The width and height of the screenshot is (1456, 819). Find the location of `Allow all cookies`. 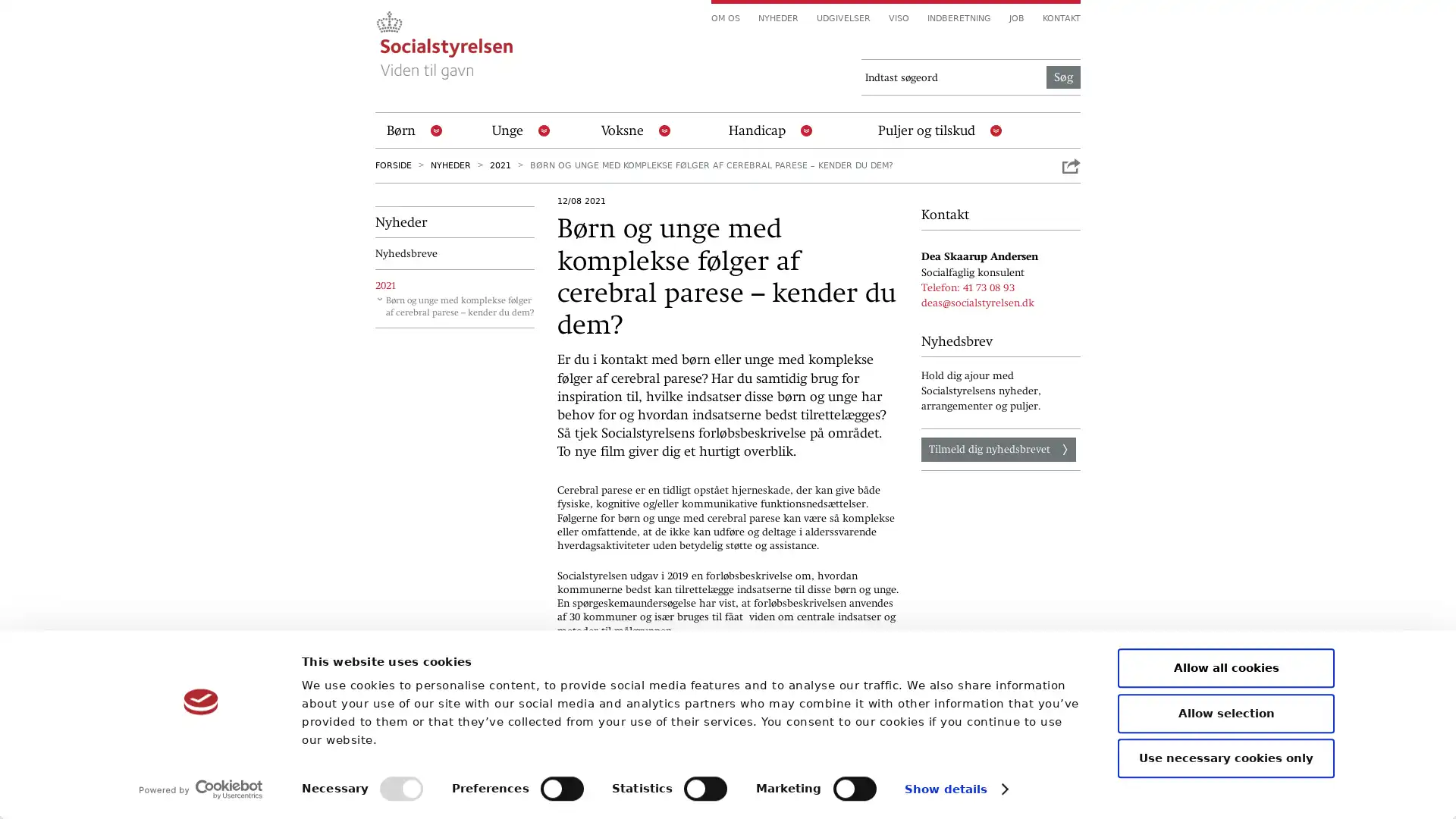

Allow all cookies is located at coordinates (1226, 667).